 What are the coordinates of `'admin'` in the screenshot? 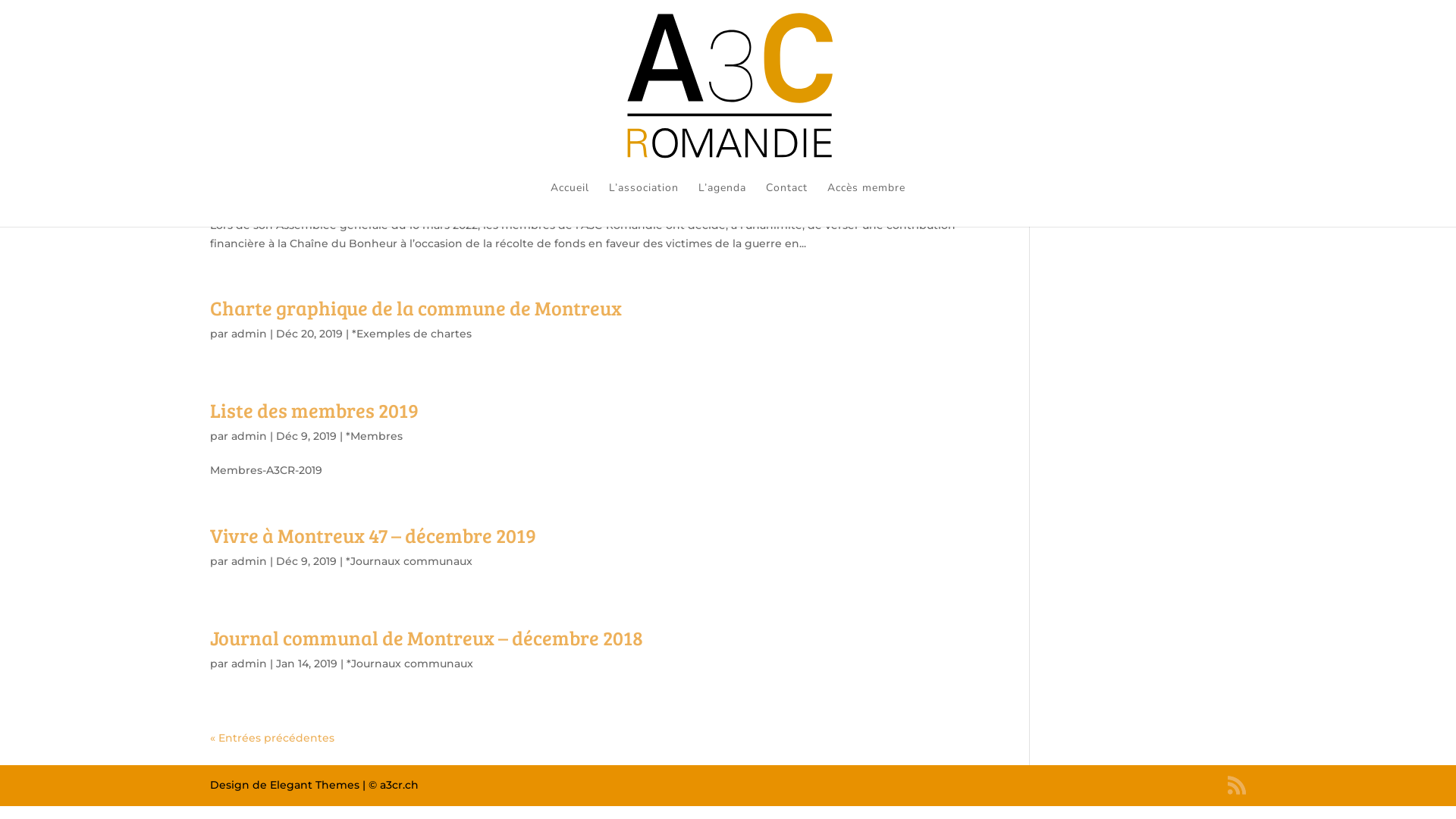 It's located at (249, 561).